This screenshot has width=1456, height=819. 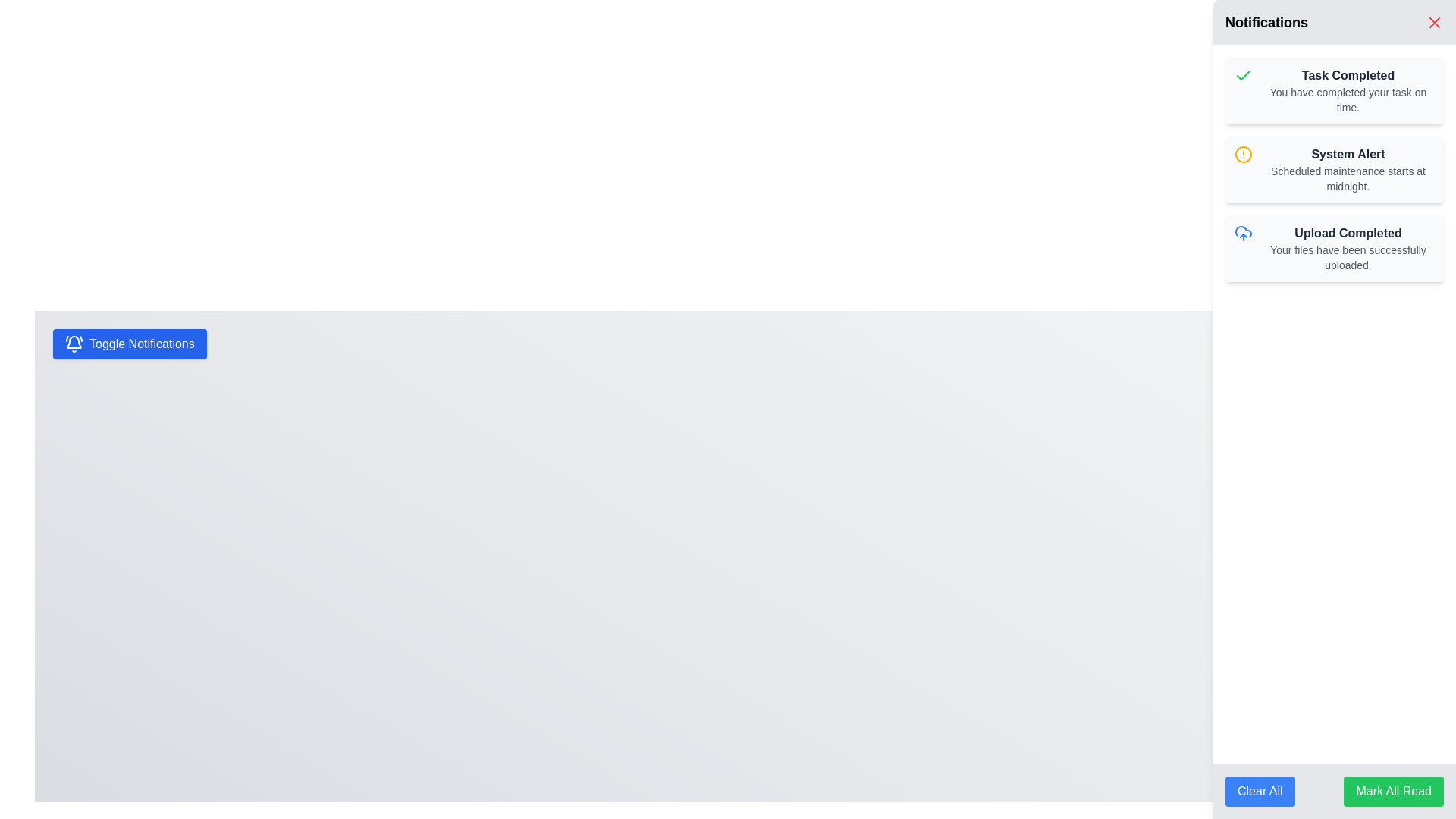 I want to click on the SVG Circle element with a yellow outline representing the visual alert icon within the 'System Alert' notification on the right-side panel, so click(x=1244, y=155).